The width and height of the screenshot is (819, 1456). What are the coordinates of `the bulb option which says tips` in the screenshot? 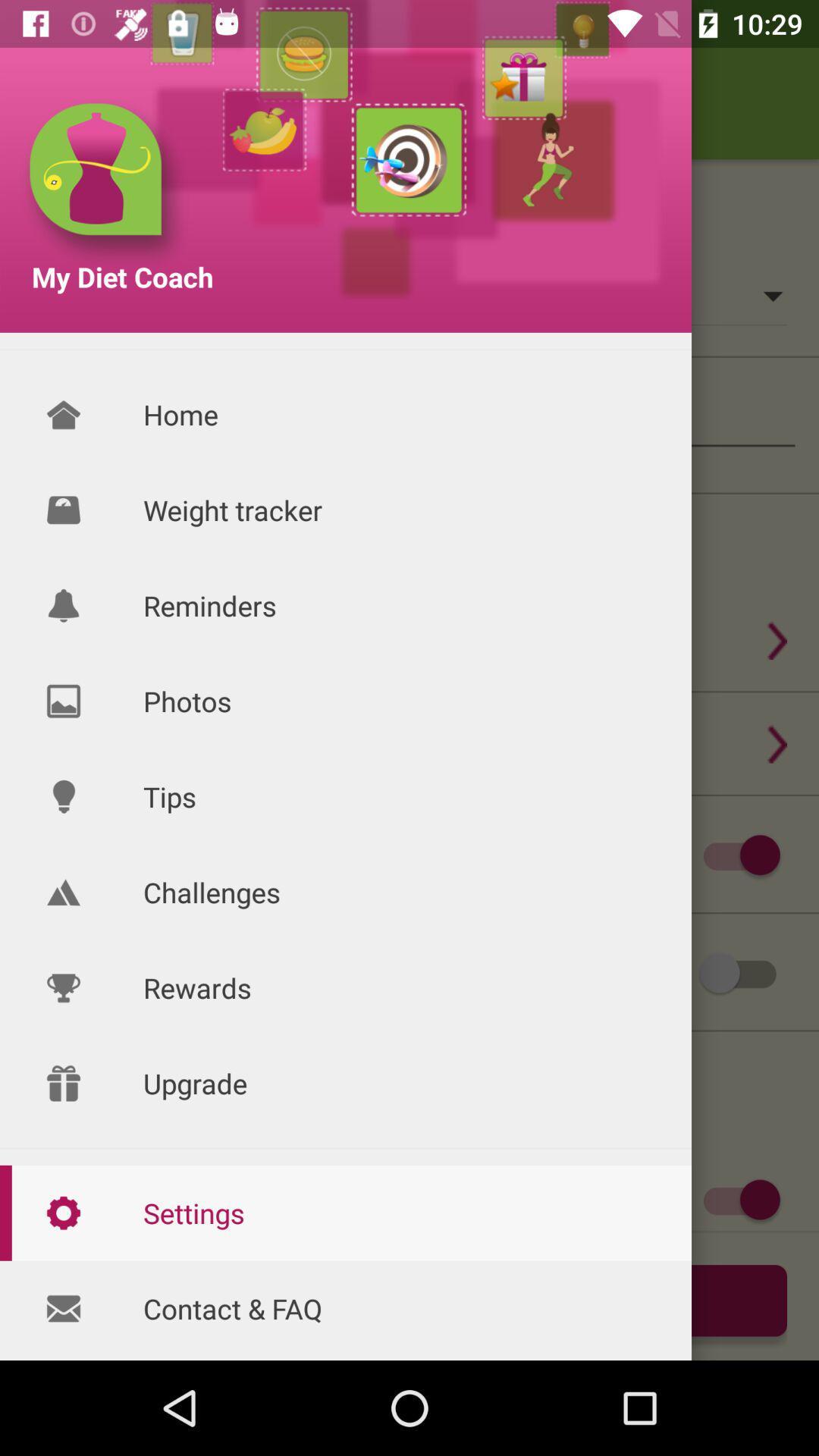 It's located at (63, 796).